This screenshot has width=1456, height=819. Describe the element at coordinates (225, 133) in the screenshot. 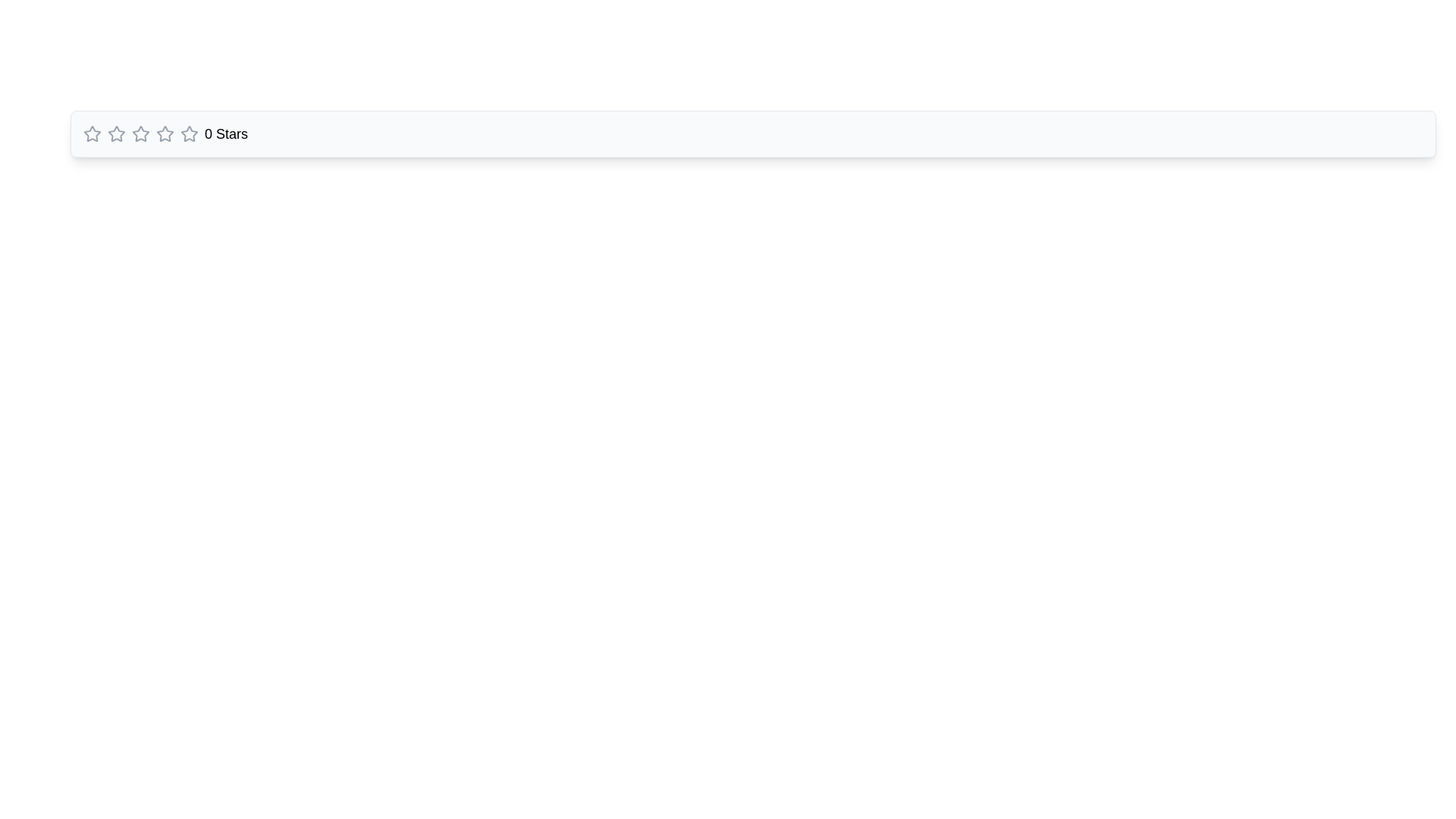

I see `value of the text label indicating the current rating, which shows '0 Stars'` at that location.